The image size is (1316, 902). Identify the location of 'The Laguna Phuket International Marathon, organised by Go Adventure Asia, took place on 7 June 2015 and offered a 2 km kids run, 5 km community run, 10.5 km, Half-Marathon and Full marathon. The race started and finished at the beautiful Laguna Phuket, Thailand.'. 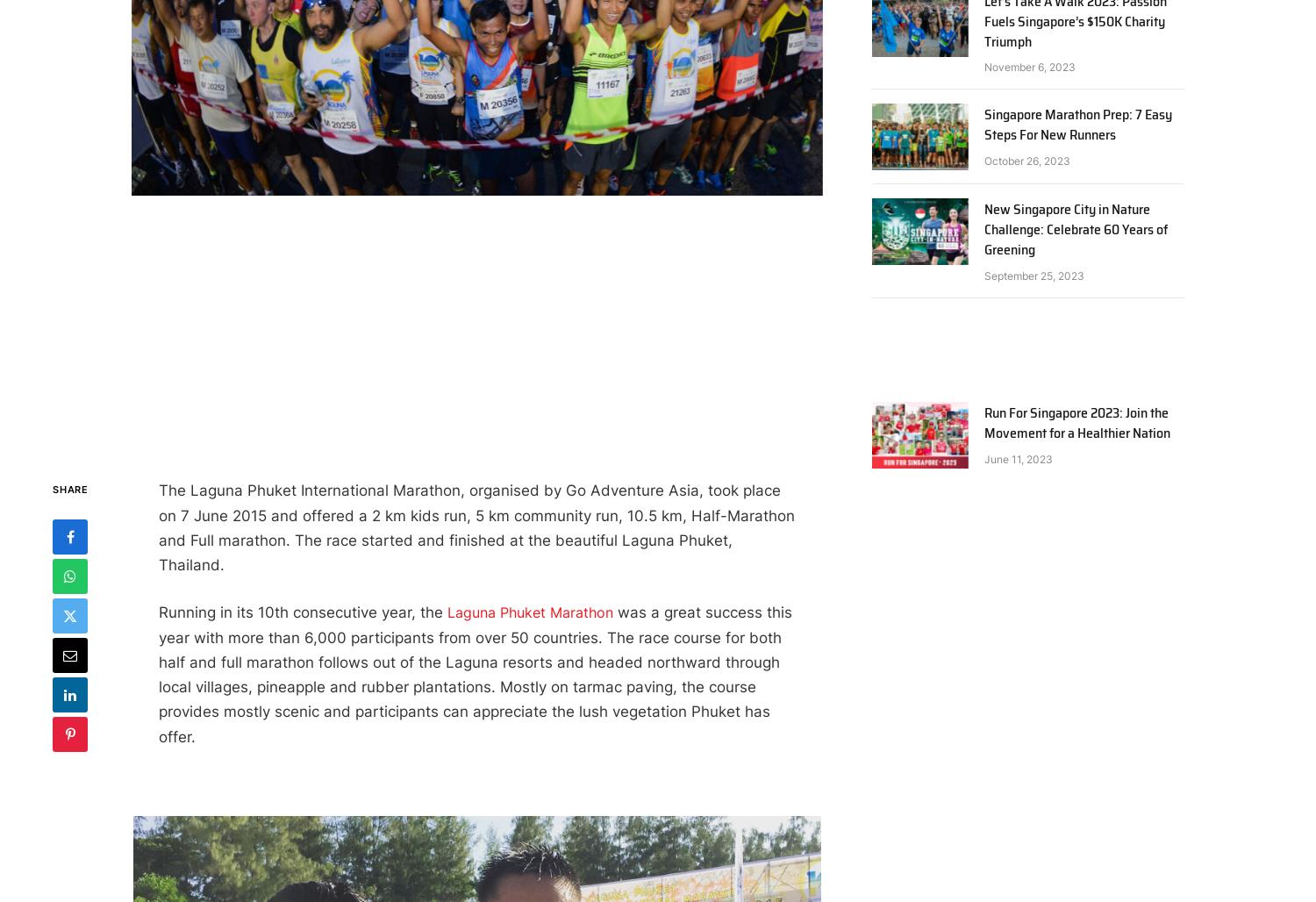
(476, 526).